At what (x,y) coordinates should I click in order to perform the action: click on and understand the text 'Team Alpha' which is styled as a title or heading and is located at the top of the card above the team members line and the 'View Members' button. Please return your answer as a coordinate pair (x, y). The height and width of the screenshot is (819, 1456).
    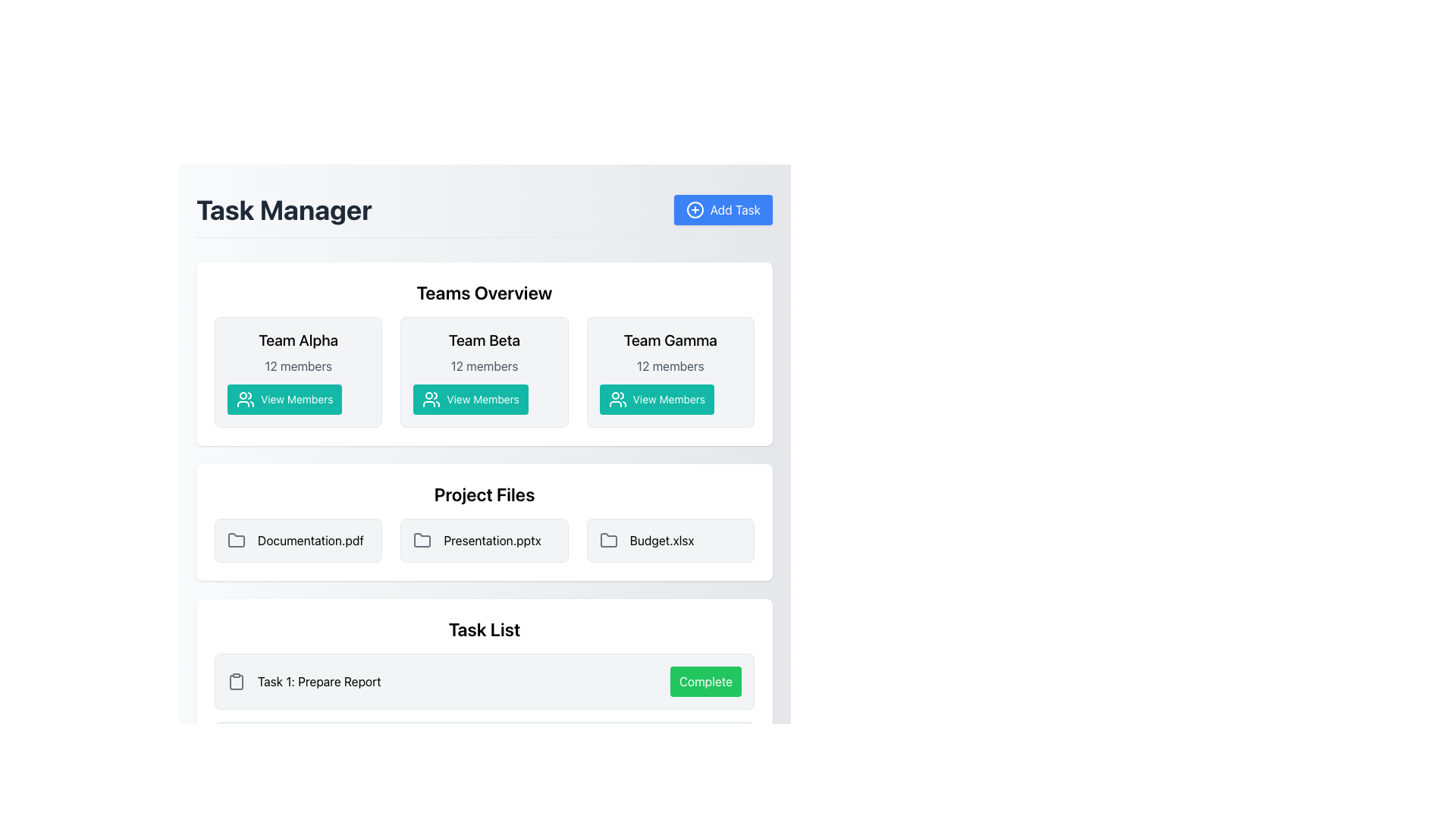
    Looking at the image, I should click on (298, 339).